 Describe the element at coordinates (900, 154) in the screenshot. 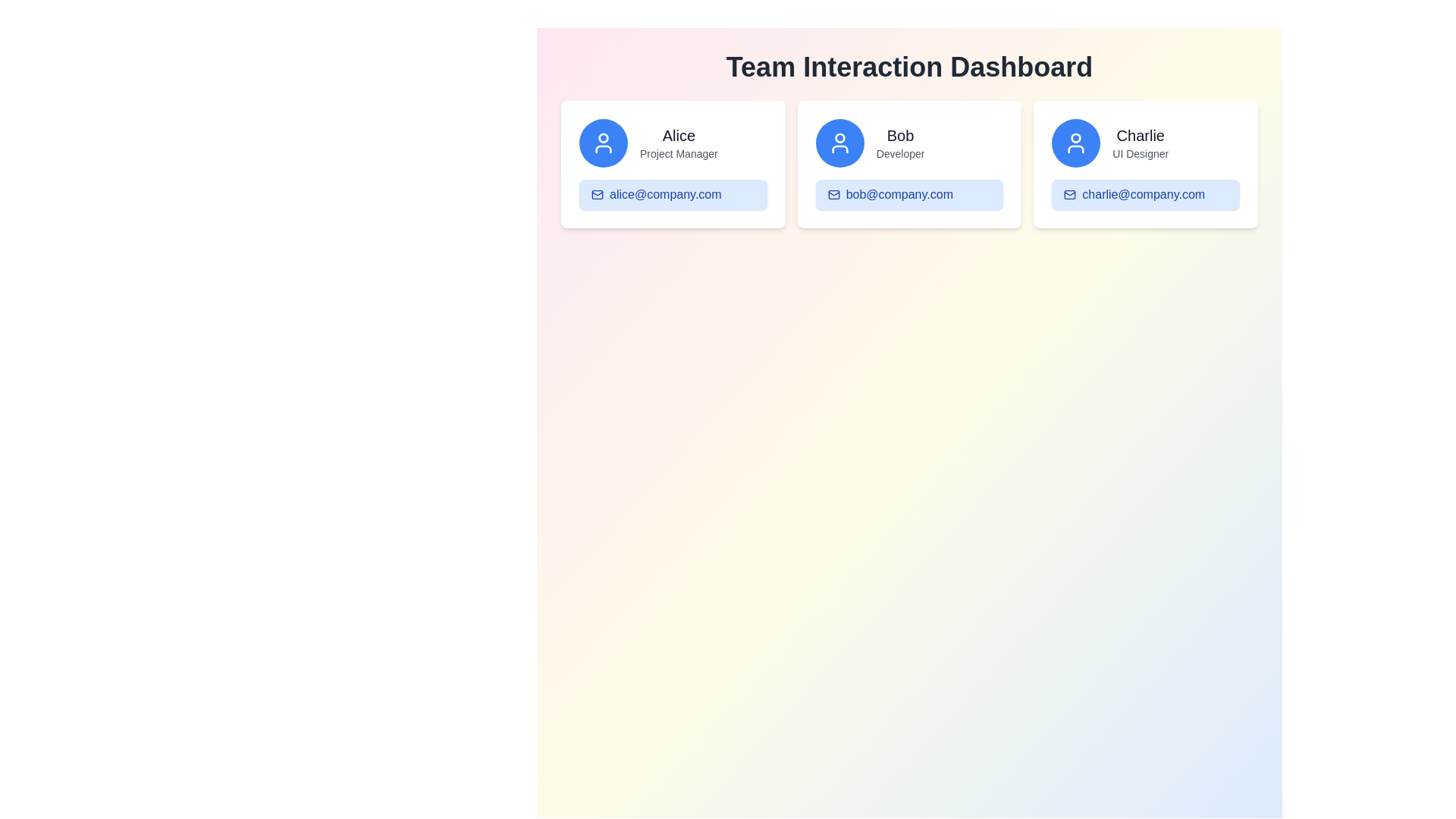

I see `the text label that reads 'Developer', which is styled with a small font and gray color, located beneath the name 'Bob' in the card interface` at that location.